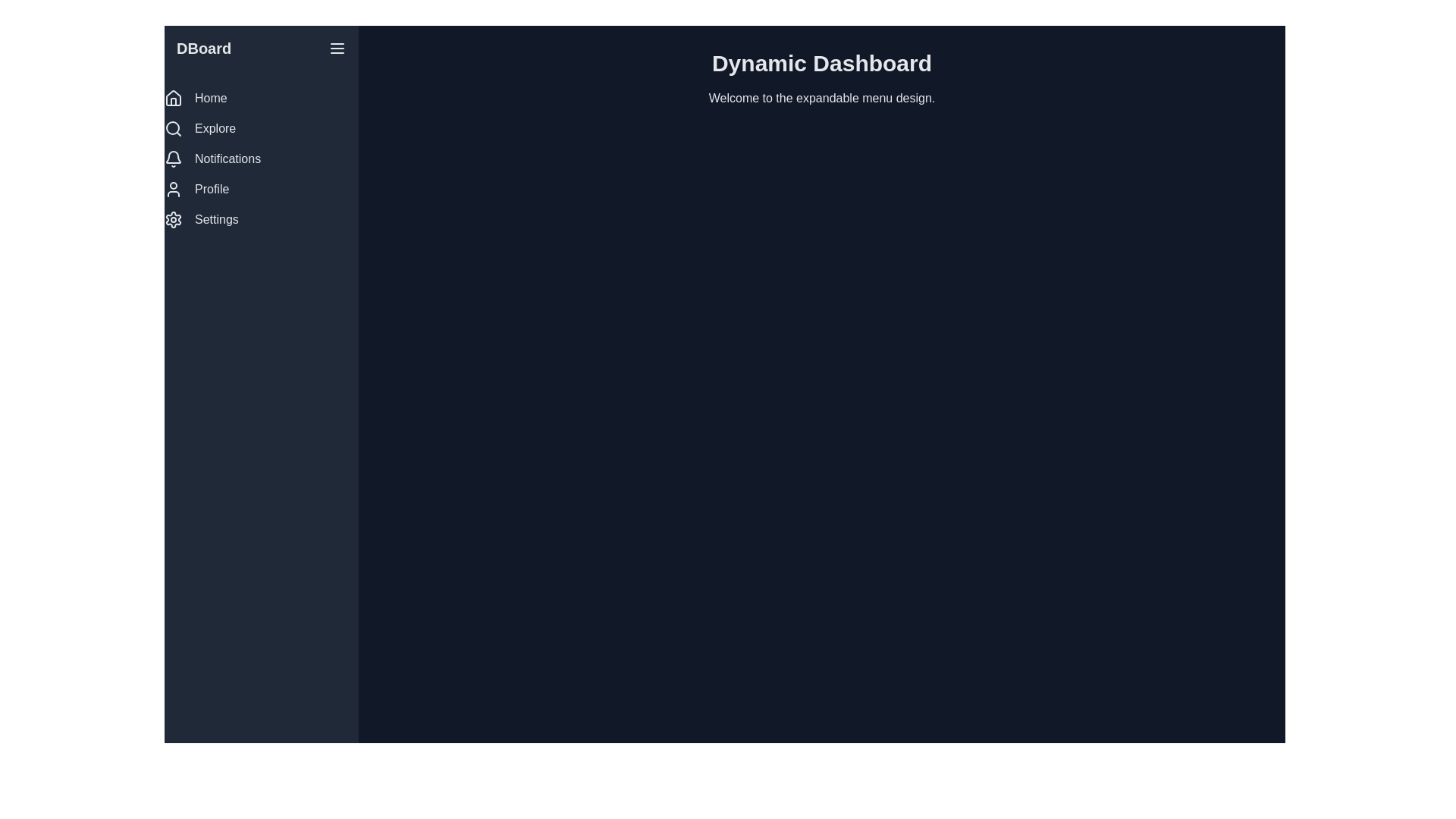 The height and width of the screenshot is (819, 1456). Describe the element at coordinates (262, 127) in the screenshot. I see `the 'Explore' menu option, which is the second item in a vertical list of menu options` at that location.